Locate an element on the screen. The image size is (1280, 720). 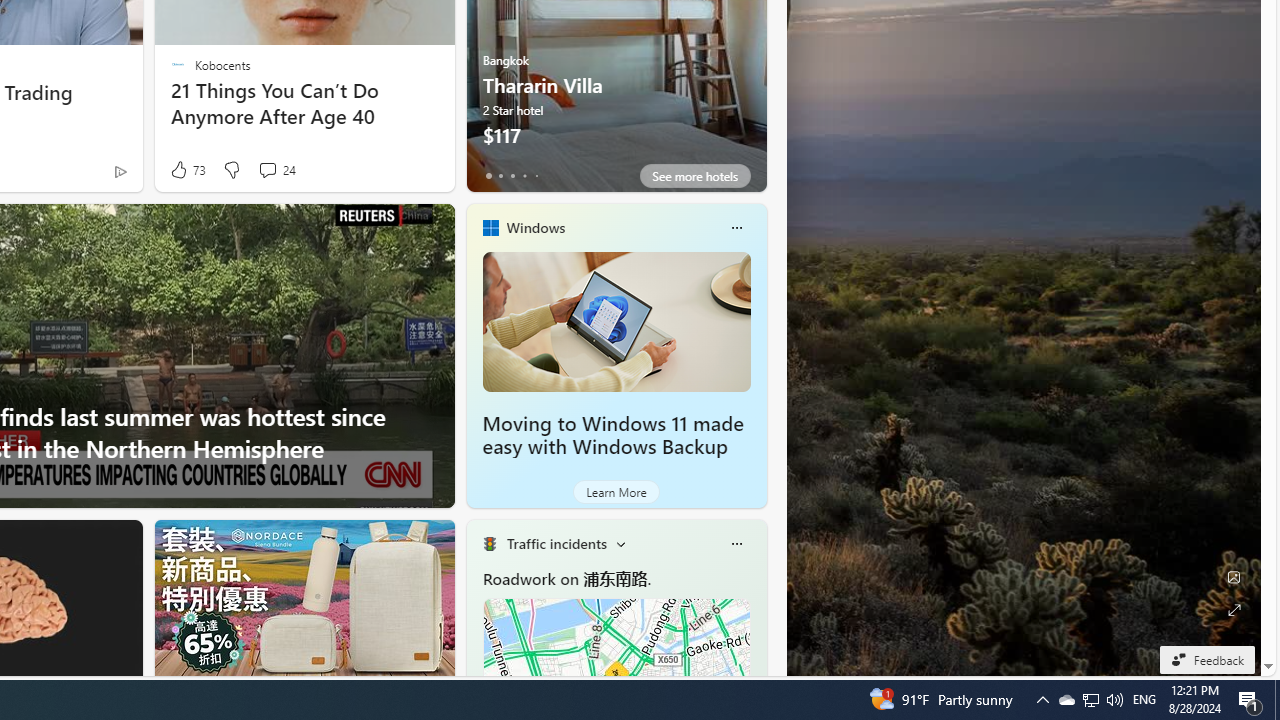
'Traffic incidents' is located at coordinates (556, 543).